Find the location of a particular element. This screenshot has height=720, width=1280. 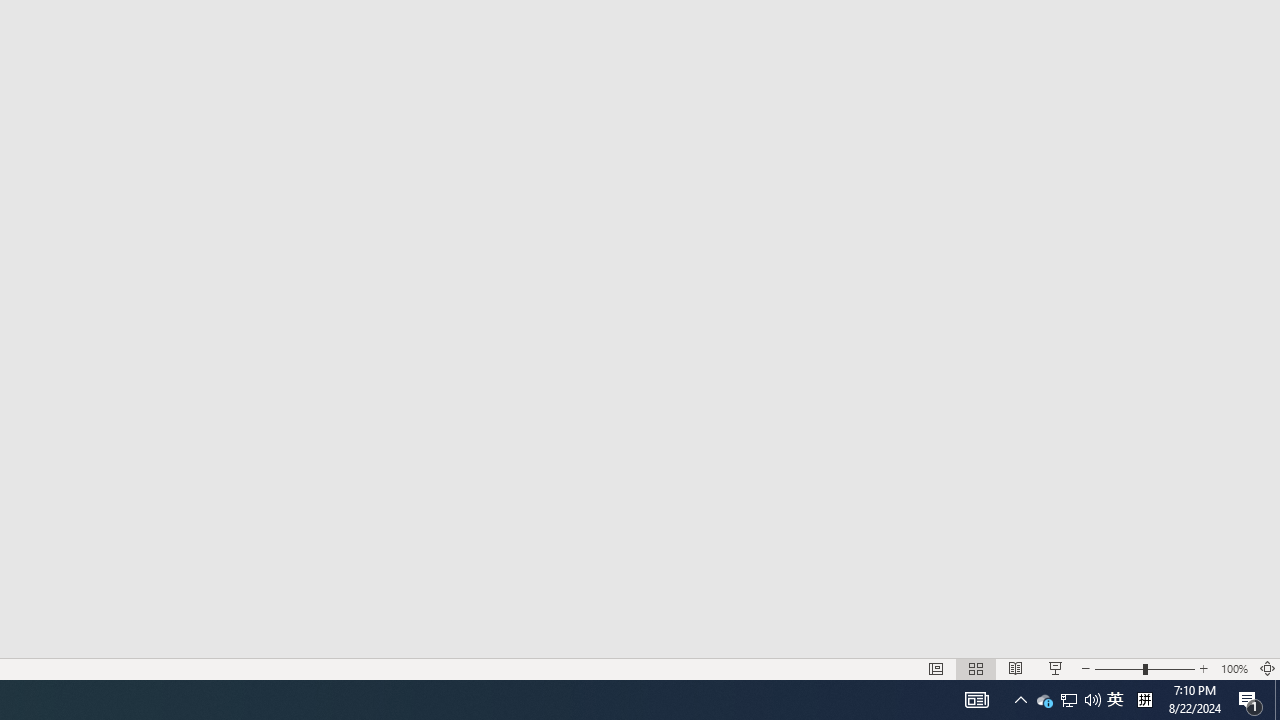

'Normal' is located at coordinates (935, 669).